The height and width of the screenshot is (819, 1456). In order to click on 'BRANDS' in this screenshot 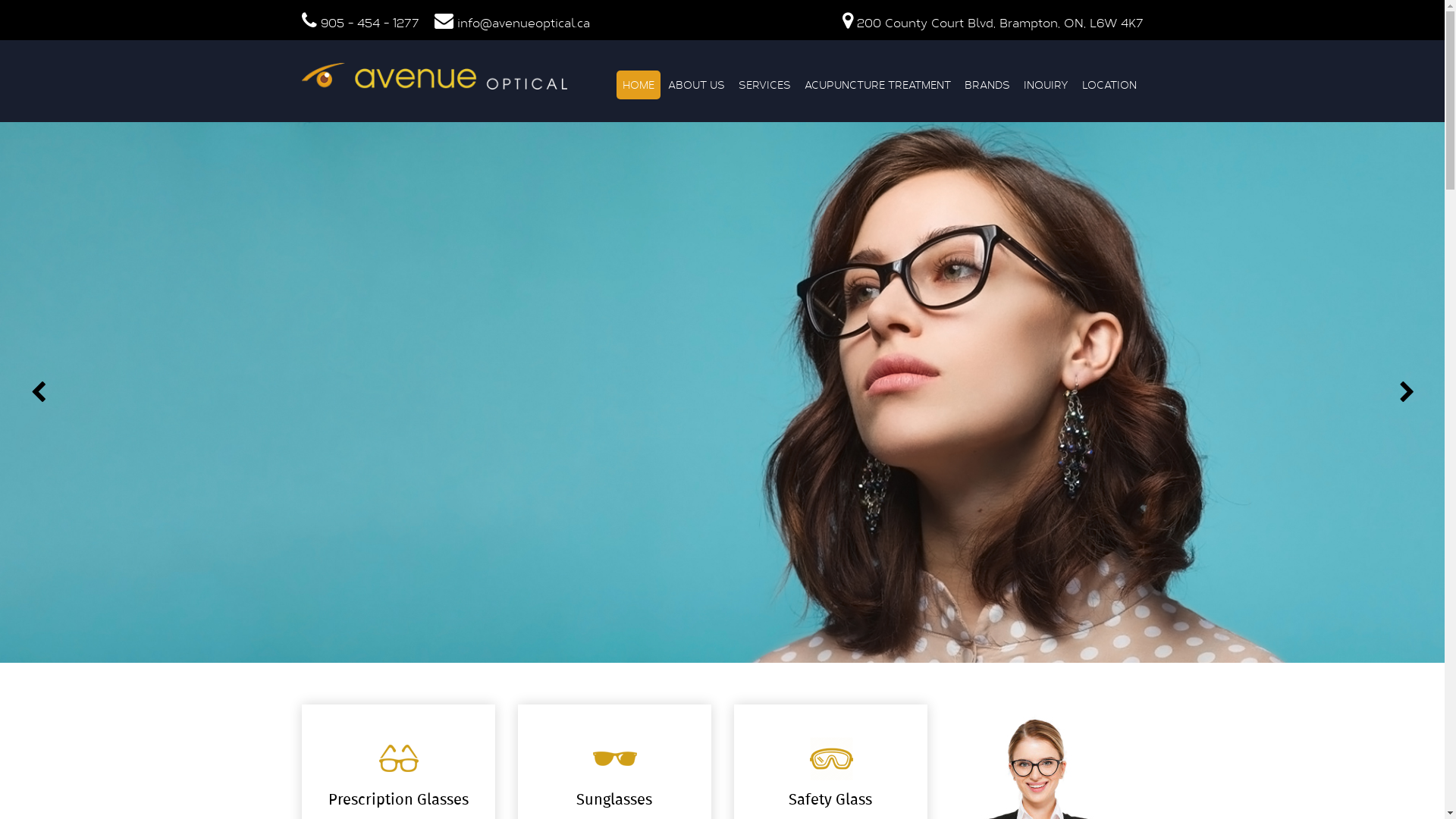, I will do `click(957, 84)`.